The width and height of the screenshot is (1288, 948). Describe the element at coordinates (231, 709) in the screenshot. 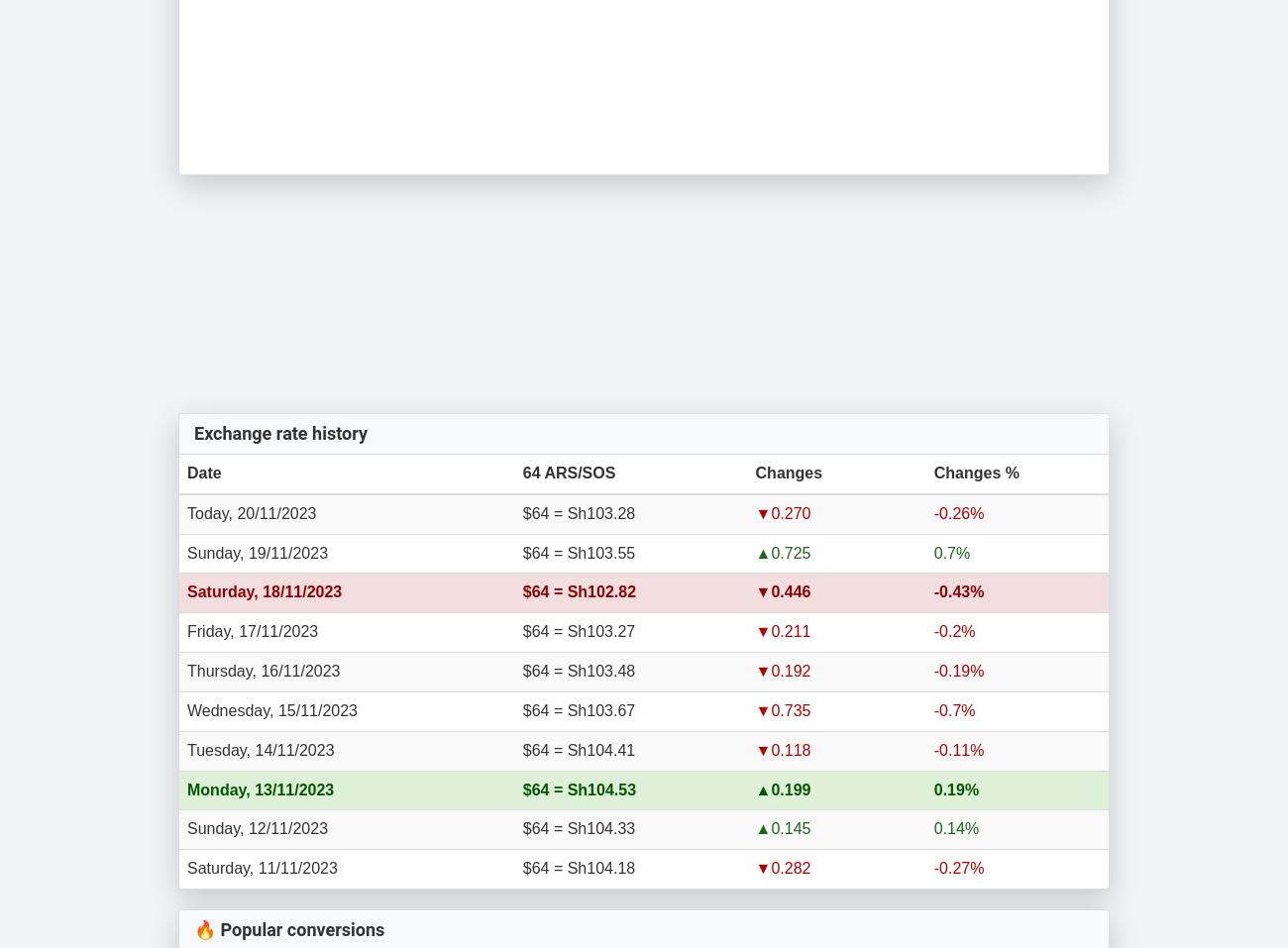

I see `'Wednesday,'` at that location.